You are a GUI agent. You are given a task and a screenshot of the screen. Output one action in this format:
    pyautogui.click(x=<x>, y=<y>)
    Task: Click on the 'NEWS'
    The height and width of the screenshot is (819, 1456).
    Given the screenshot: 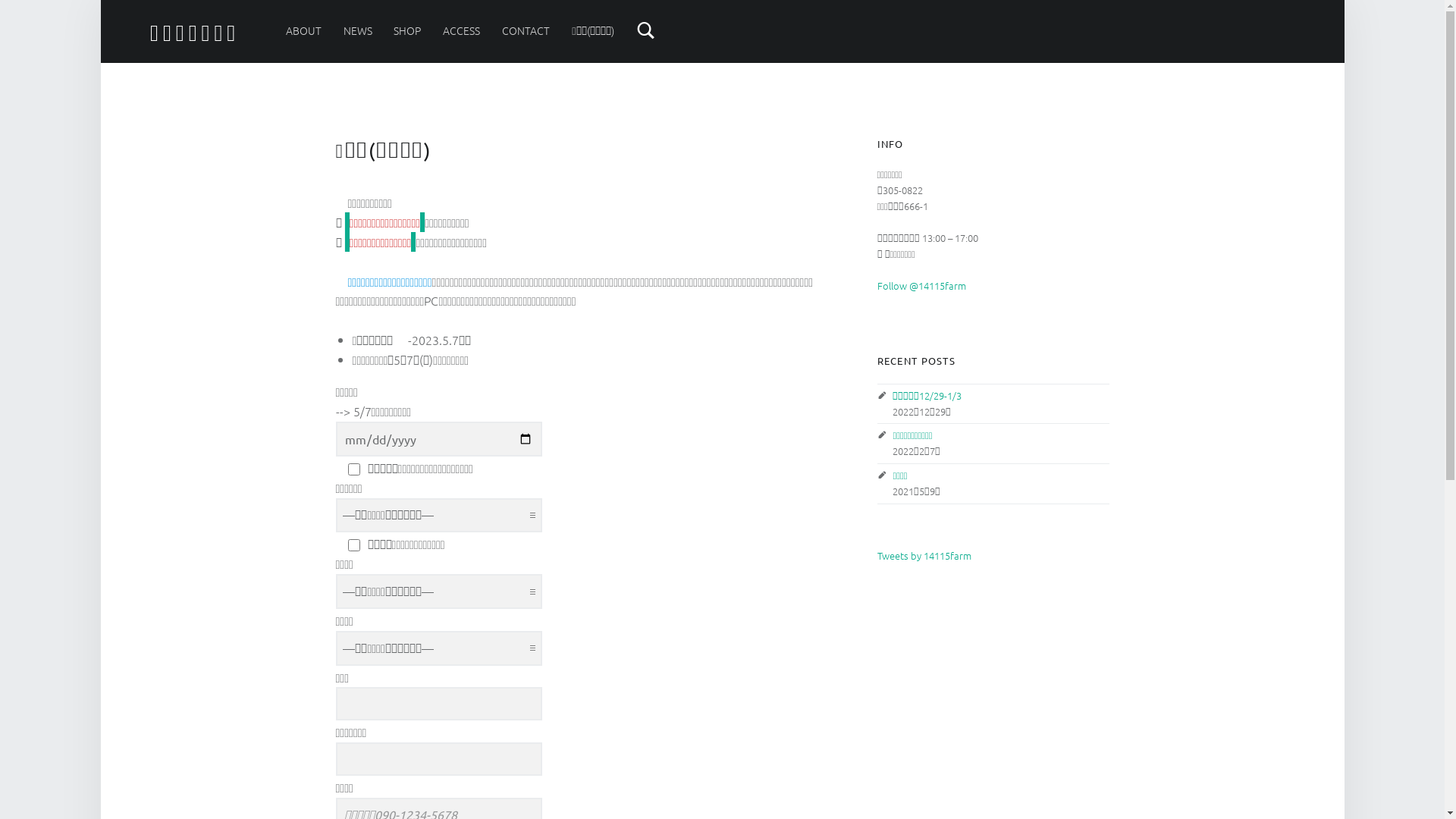 What is the action you would take?
    pyautogui.click(x=342, y=30)
    